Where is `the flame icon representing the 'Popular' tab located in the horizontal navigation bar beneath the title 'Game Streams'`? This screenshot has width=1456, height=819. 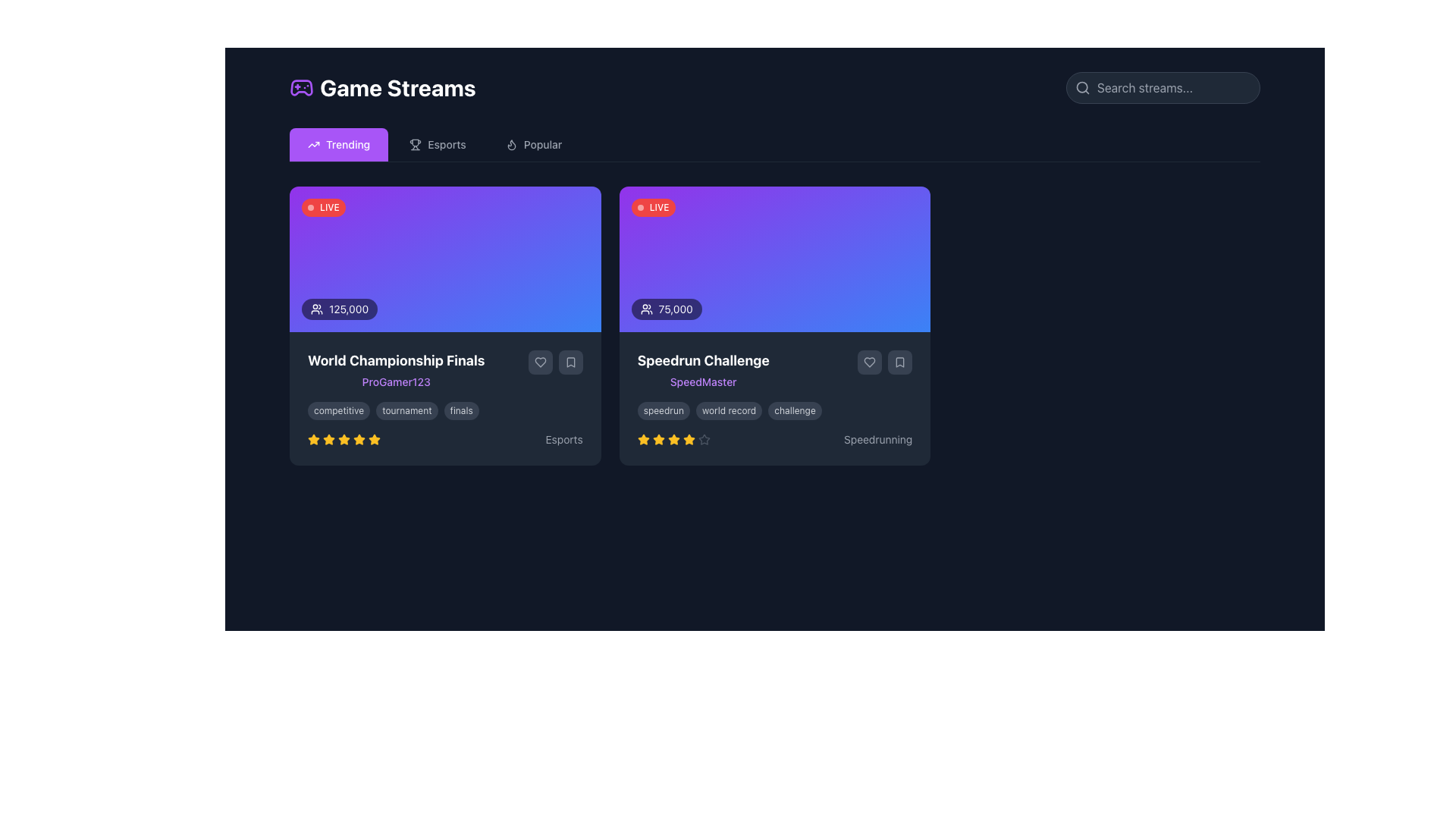
the flame icon representing the 'Popular' tab located in the horizontal navigation bar beneath the title 'Game Streams' is located at coordinates (511, 145).